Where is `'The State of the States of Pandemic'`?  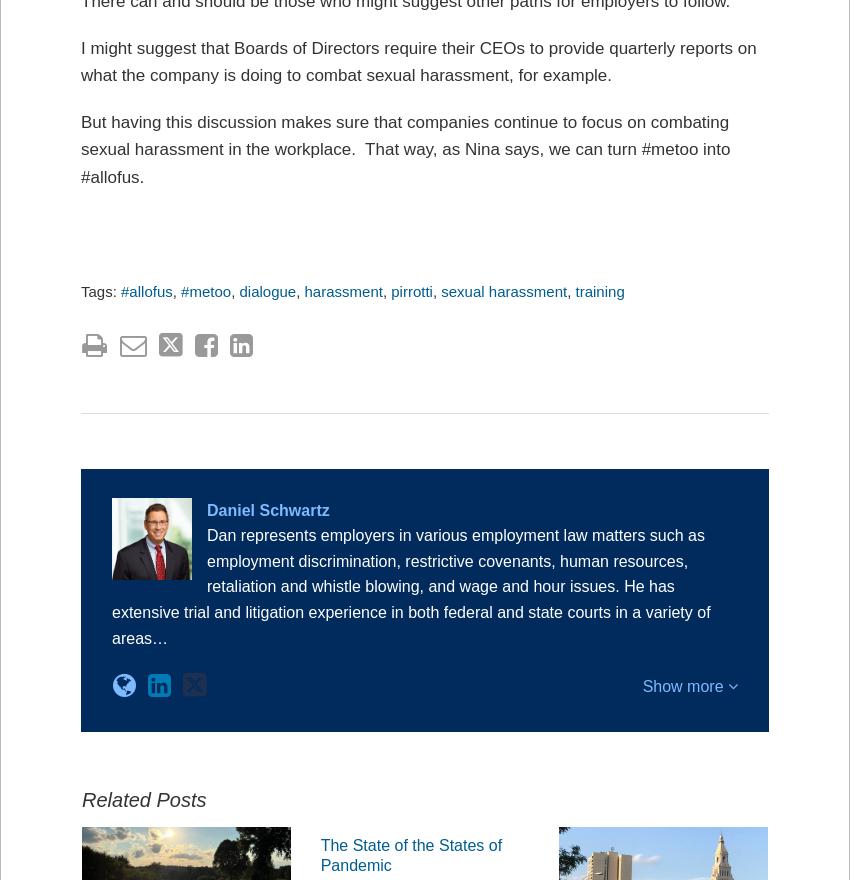 'The State of the States of Pandemic' is located at coordinates (410, 855).